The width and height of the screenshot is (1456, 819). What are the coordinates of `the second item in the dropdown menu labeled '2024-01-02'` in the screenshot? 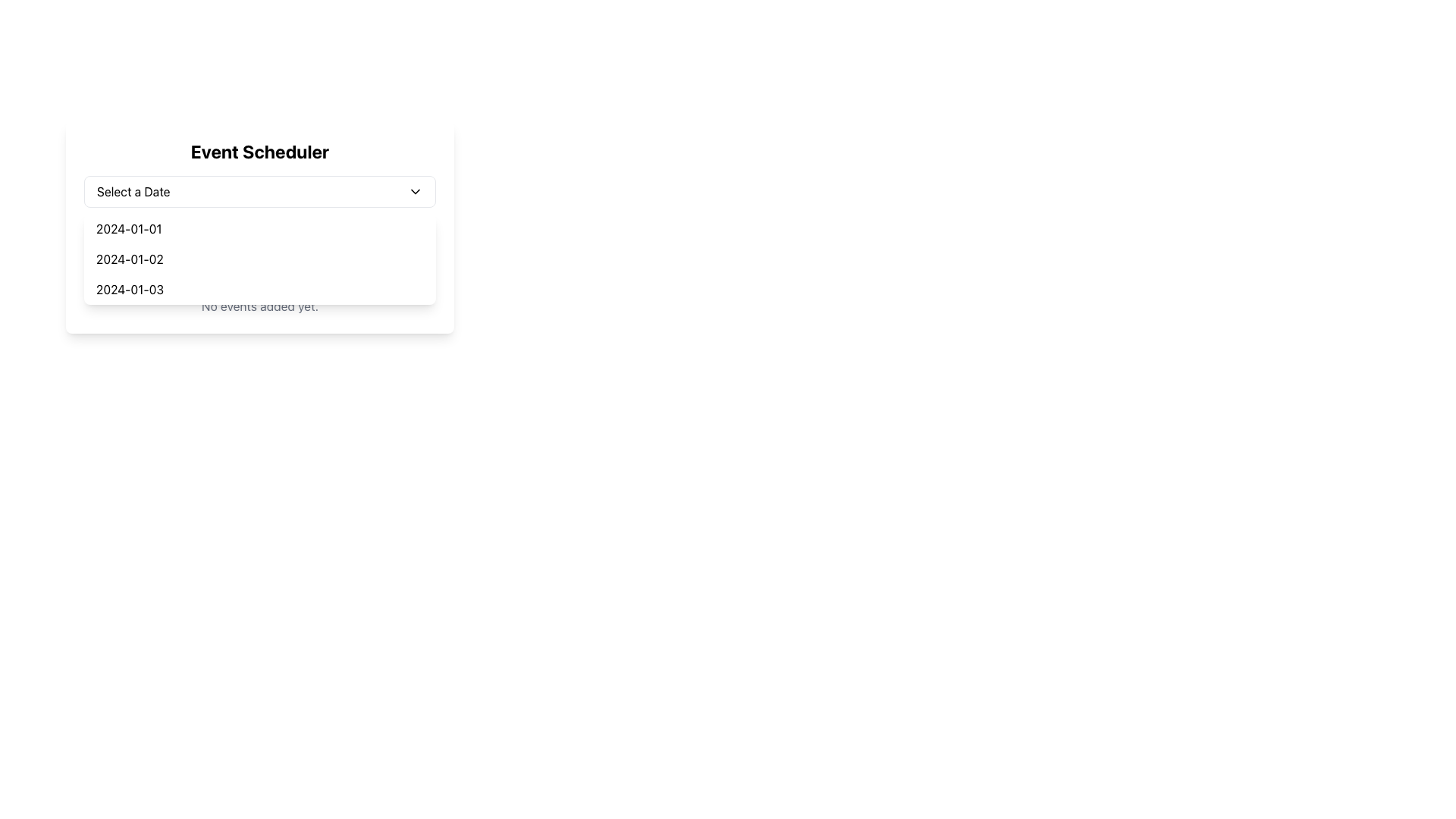 It's located at (259, 259).